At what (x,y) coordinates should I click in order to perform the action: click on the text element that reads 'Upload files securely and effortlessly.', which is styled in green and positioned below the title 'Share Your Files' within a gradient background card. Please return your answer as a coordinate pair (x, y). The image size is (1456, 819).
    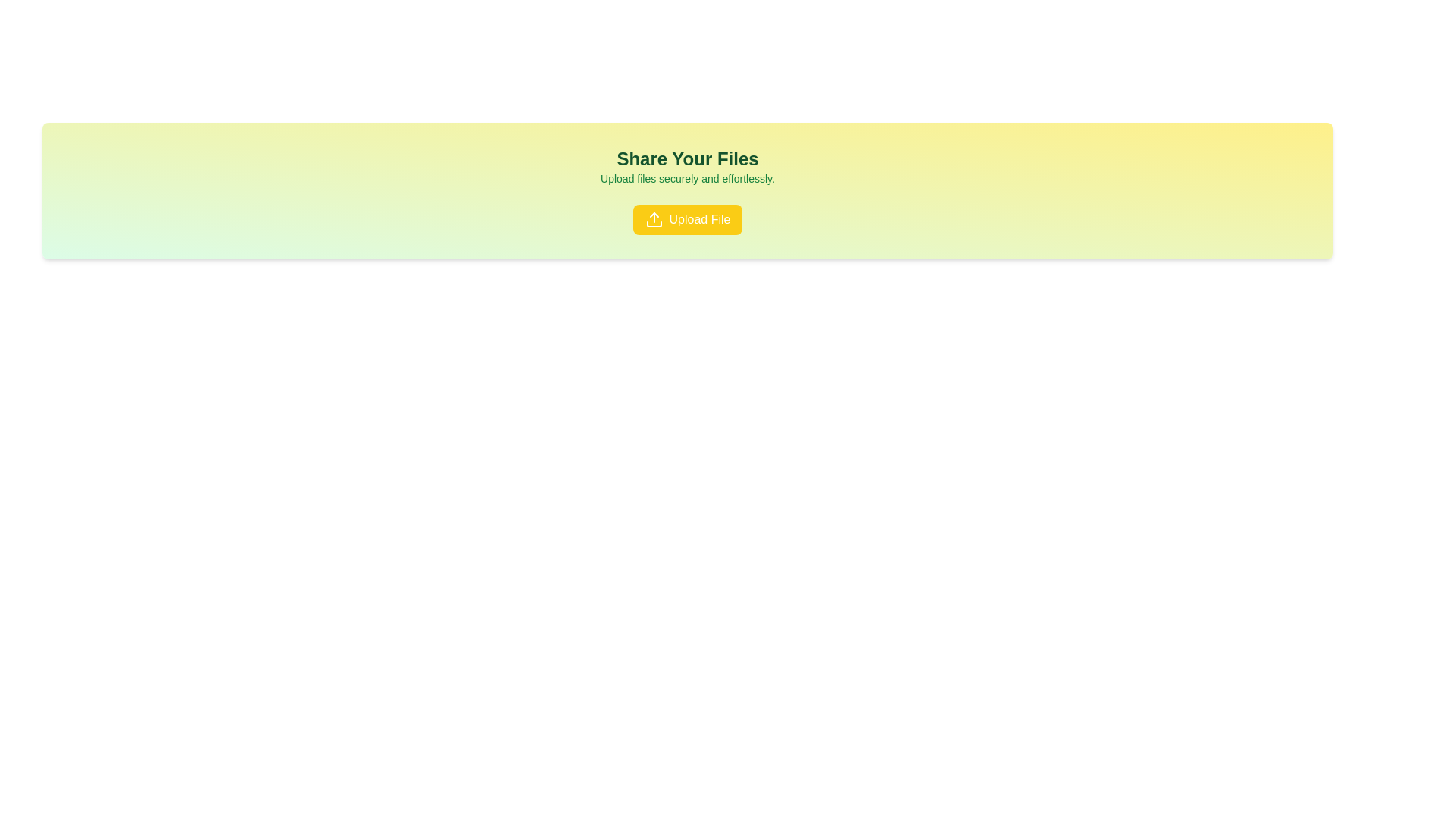
    Looking at the image, I should click on (687, 177).